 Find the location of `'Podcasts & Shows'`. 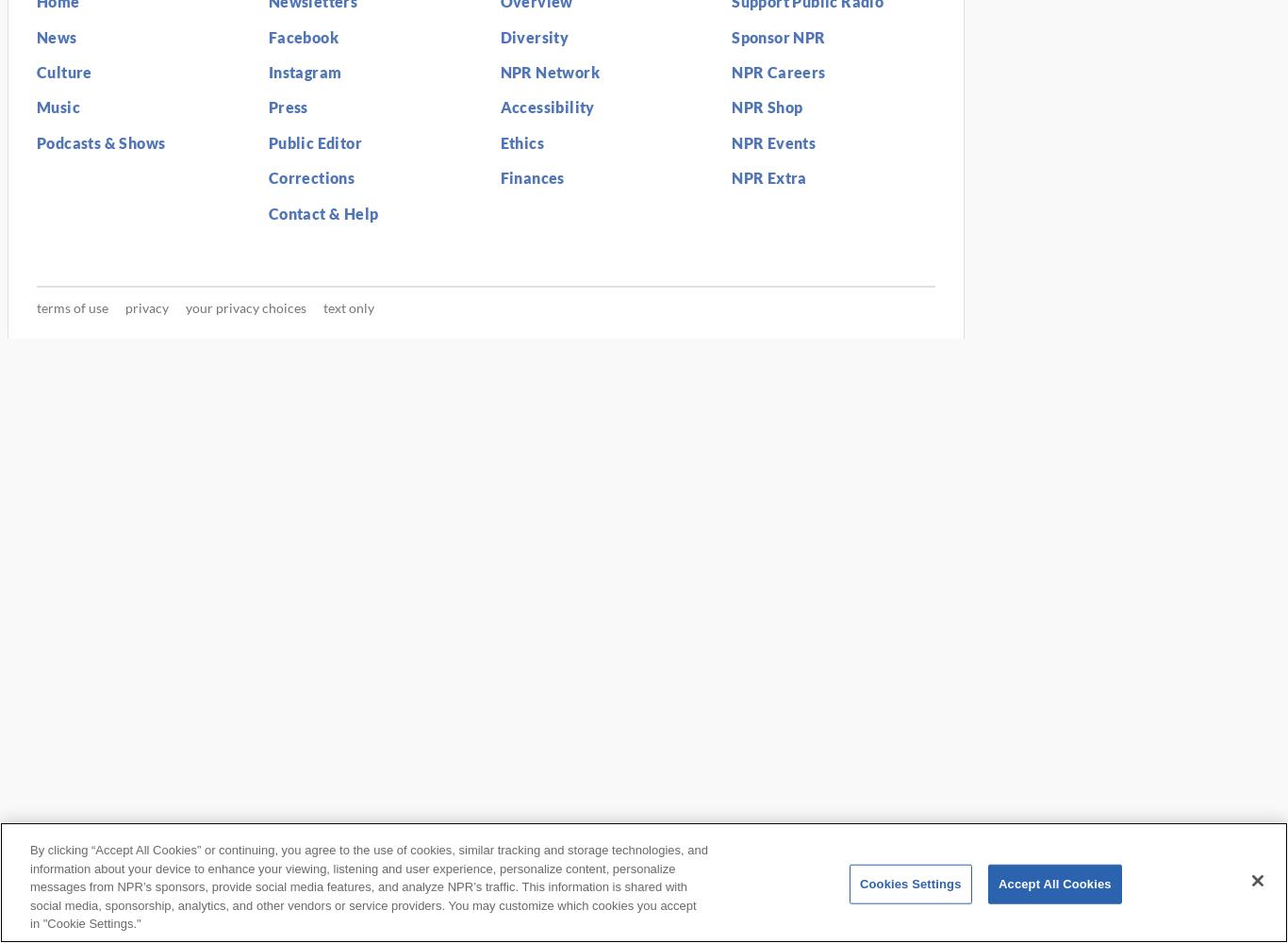

'Podcasts & Shows' is located at coordinates (100, 141).